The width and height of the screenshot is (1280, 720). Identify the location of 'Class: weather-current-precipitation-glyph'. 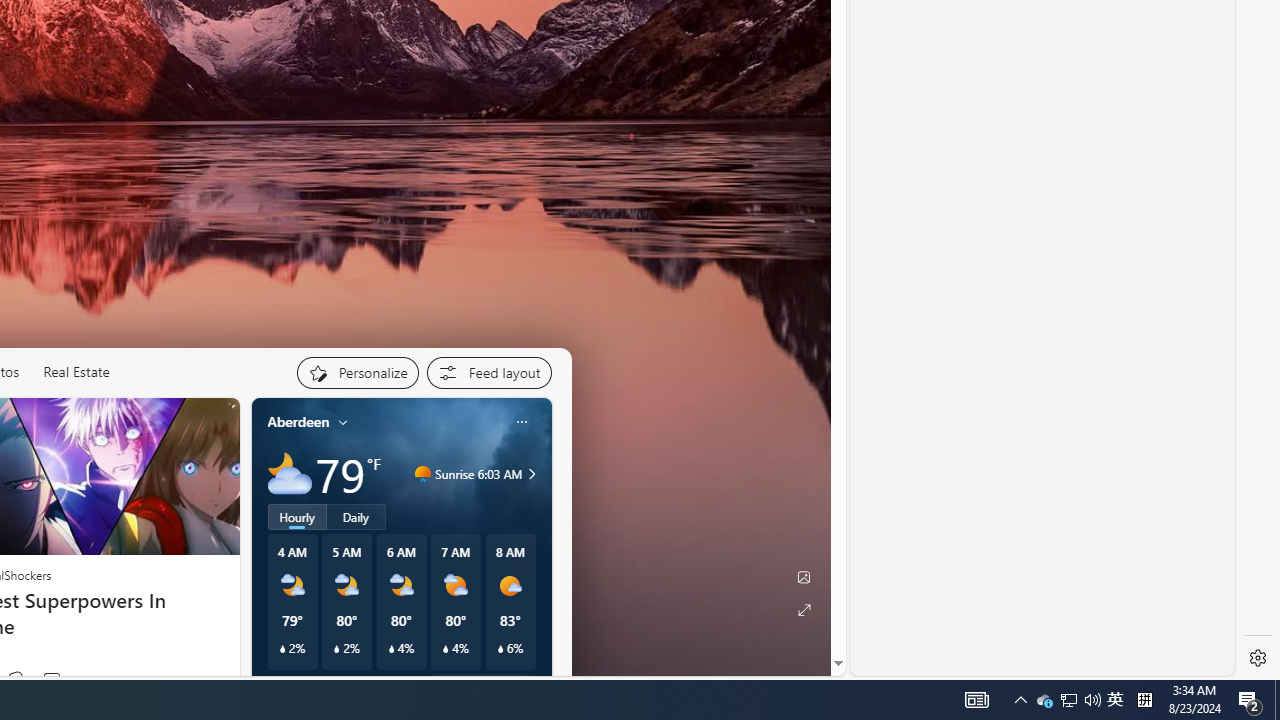
(500, 649).